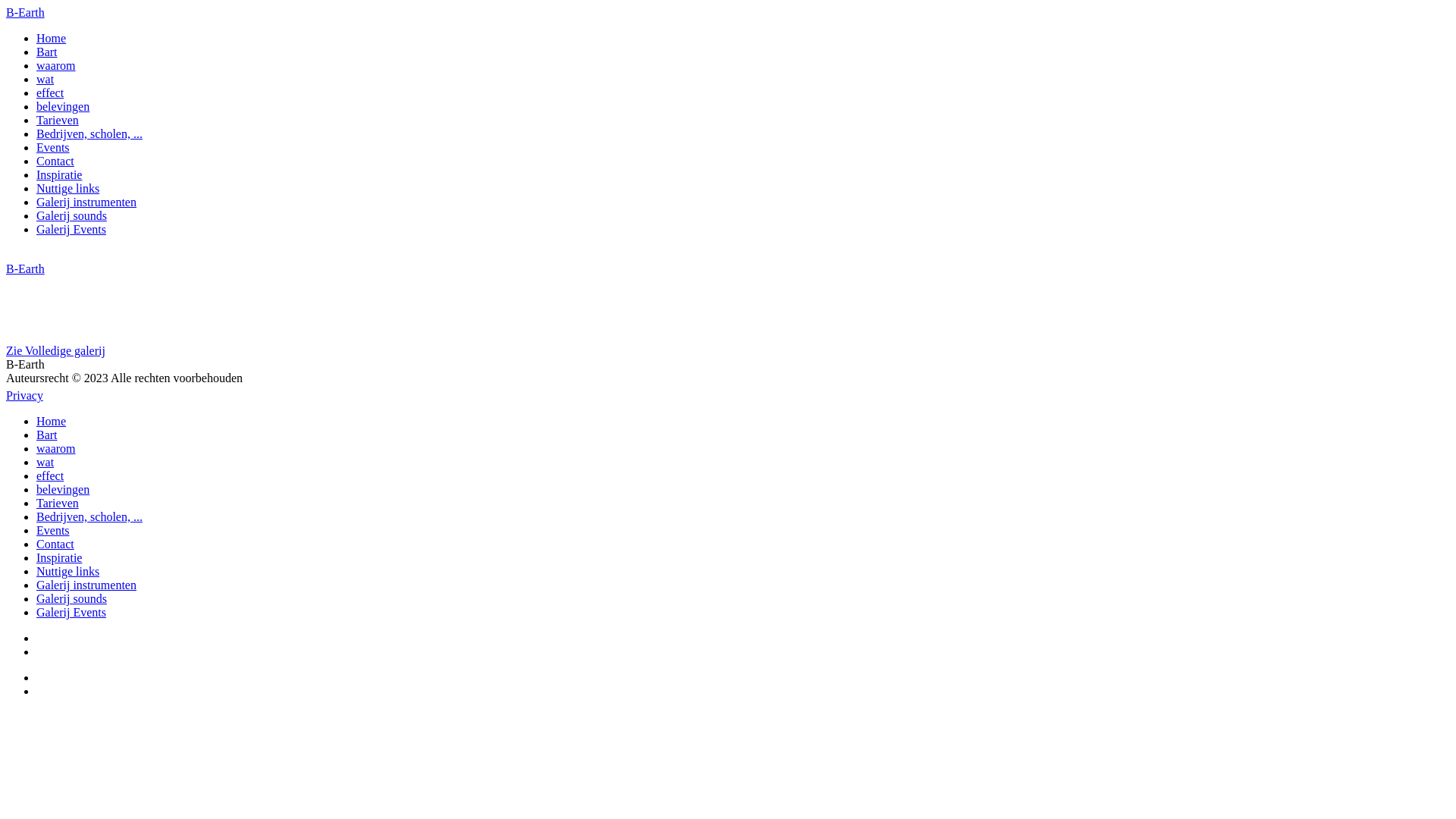 This screenshot has width=1456, height=819. Describe the element at coordinates (55, 447) in the screenshot. I see `'waarom'` at that location.